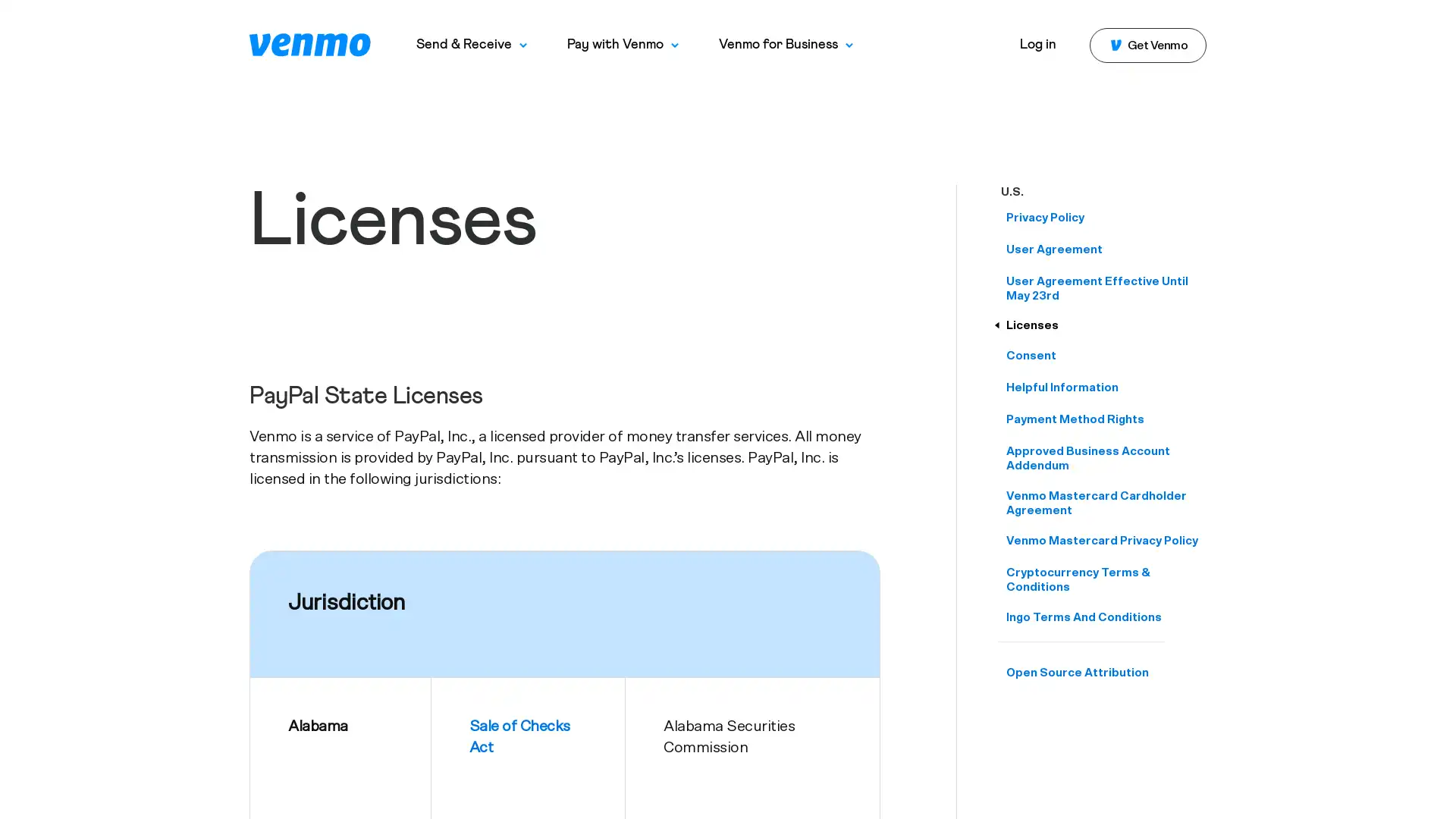 This screenshot has height=819, width=1456. Describe the element at coordinates (1106, 617) in the screenshot. I see `Terms tab name - Ingo Terms And Conditions` at that location.